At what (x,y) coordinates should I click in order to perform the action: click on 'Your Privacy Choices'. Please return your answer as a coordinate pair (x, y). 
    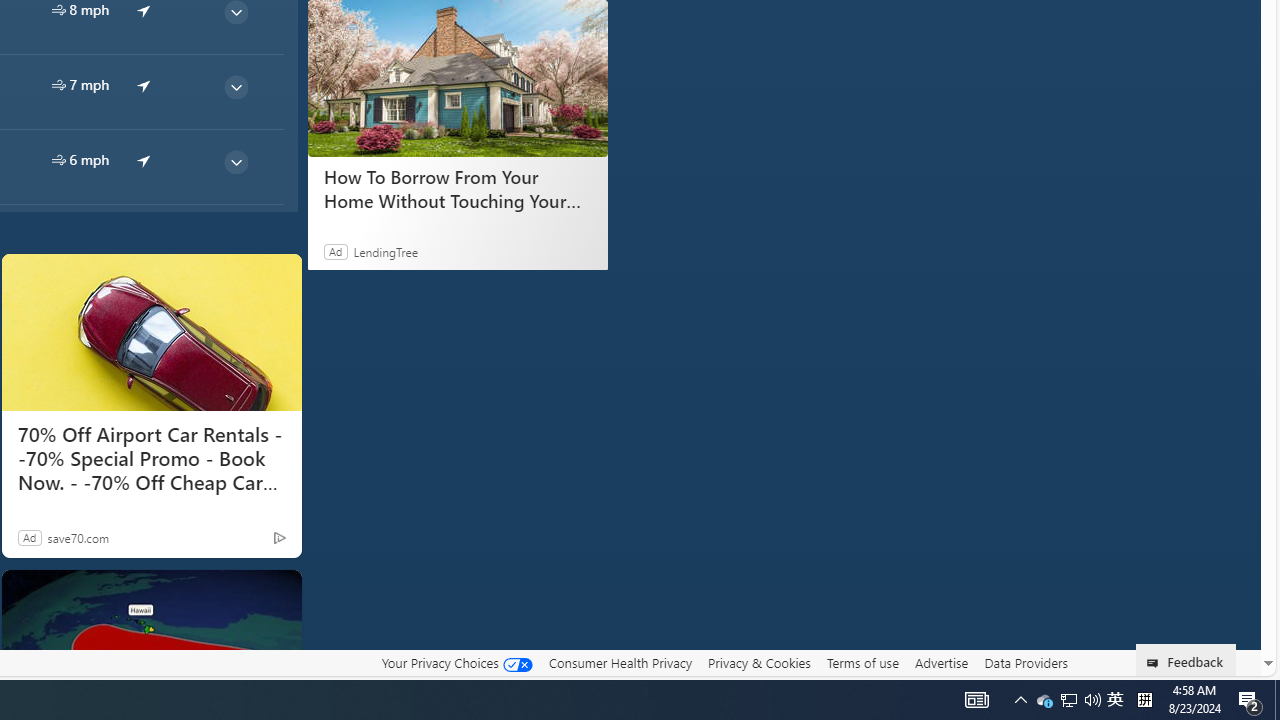
    Looking at the image, I should click on (455, 662).